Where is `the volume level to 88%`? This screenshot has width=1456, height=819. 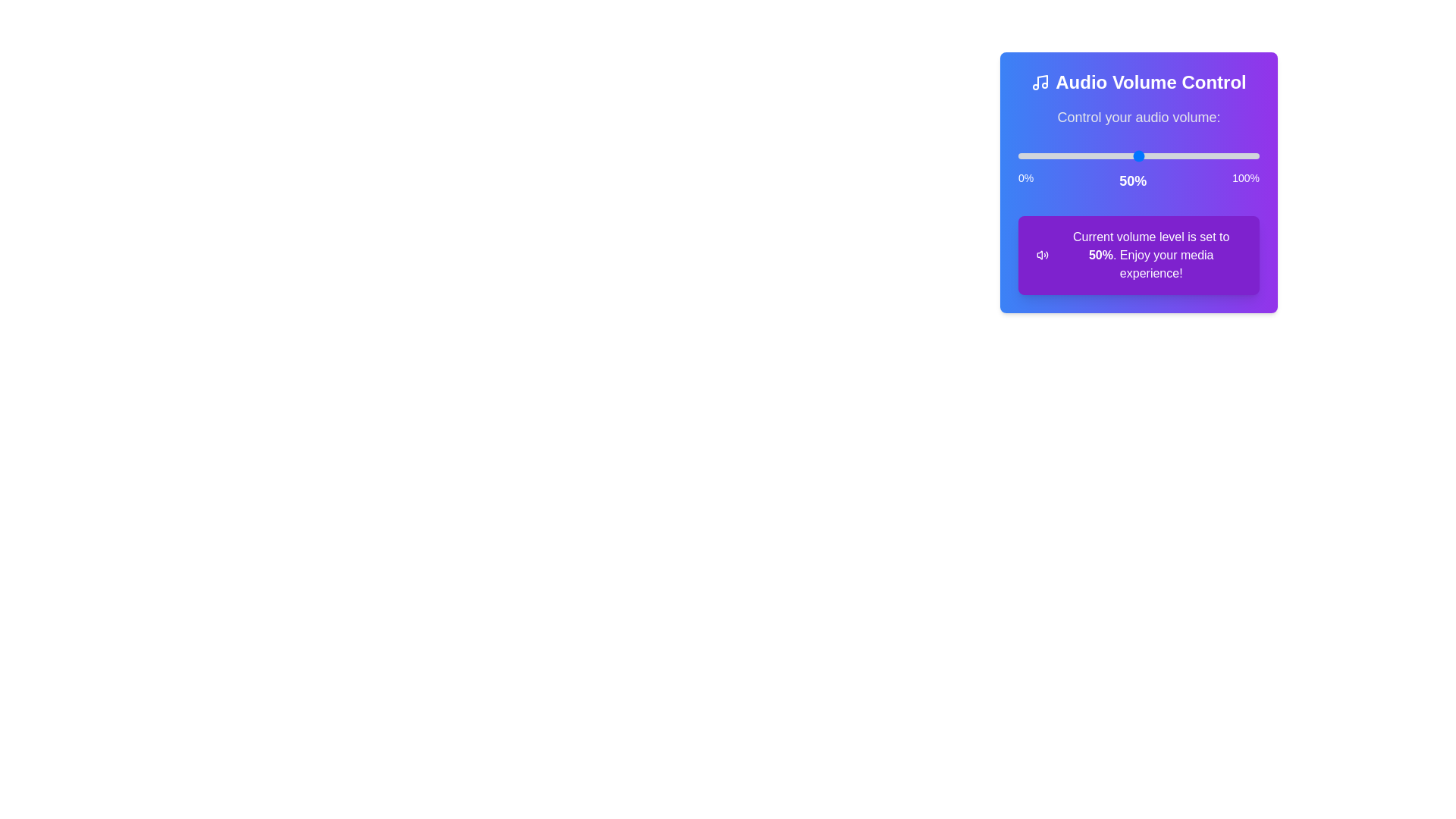
the volume level to 88% is located at coordinates (1230, 155).